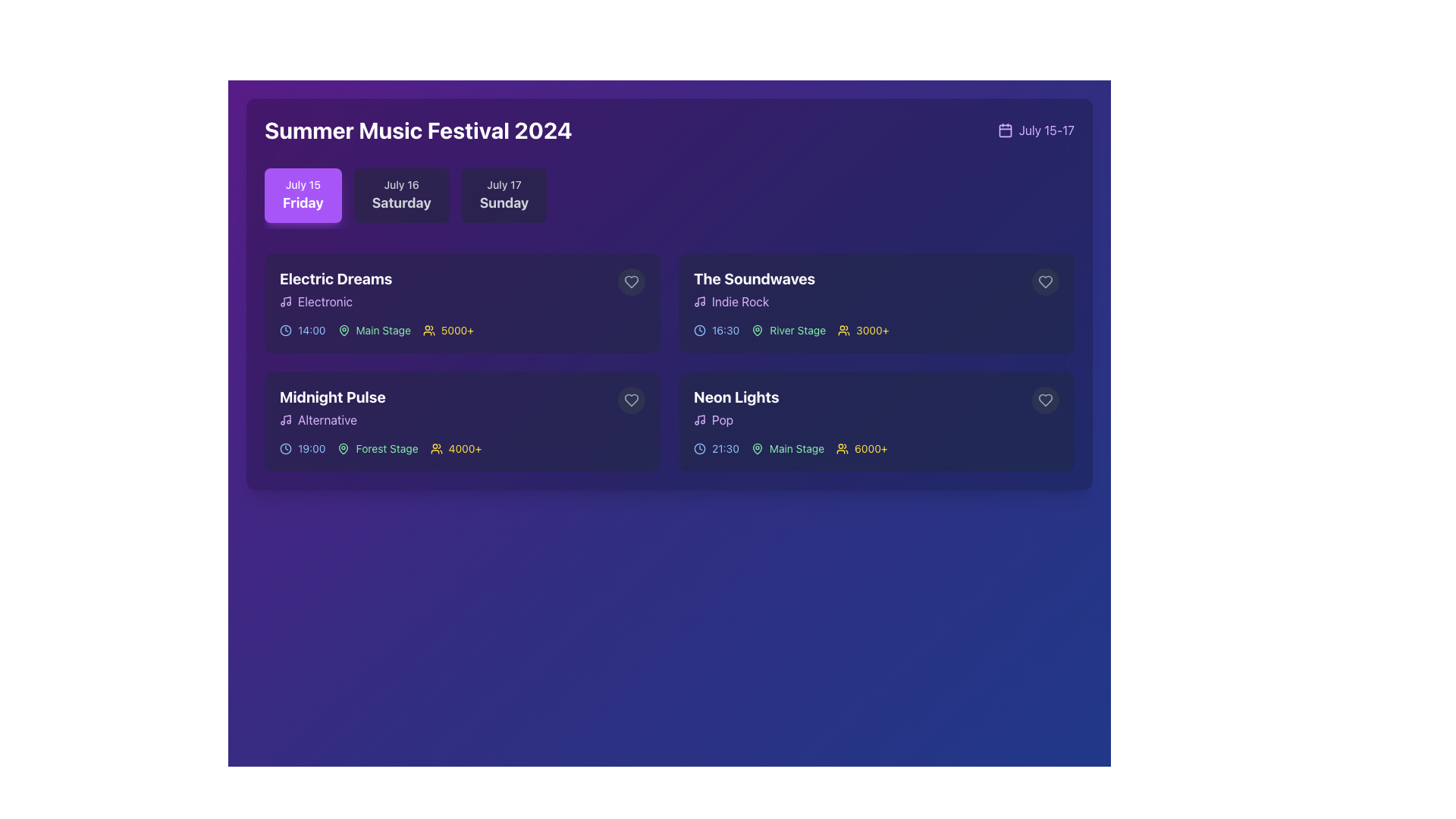  I want to click on the map pin icon element located in the 'Electric Dreams' card, which signifies a location or stage for the event, so click(343, 329).